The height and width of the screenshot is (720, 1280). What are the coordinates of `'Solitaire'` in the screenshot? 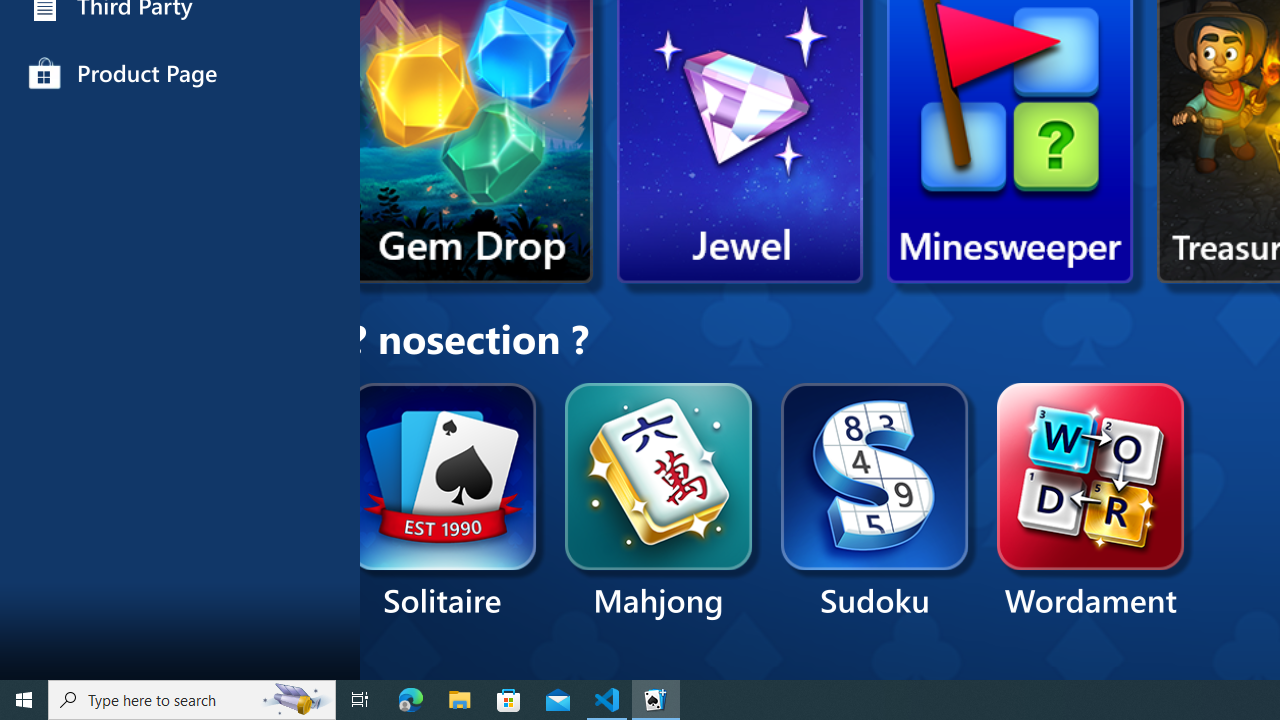 It's located at (441, 501).